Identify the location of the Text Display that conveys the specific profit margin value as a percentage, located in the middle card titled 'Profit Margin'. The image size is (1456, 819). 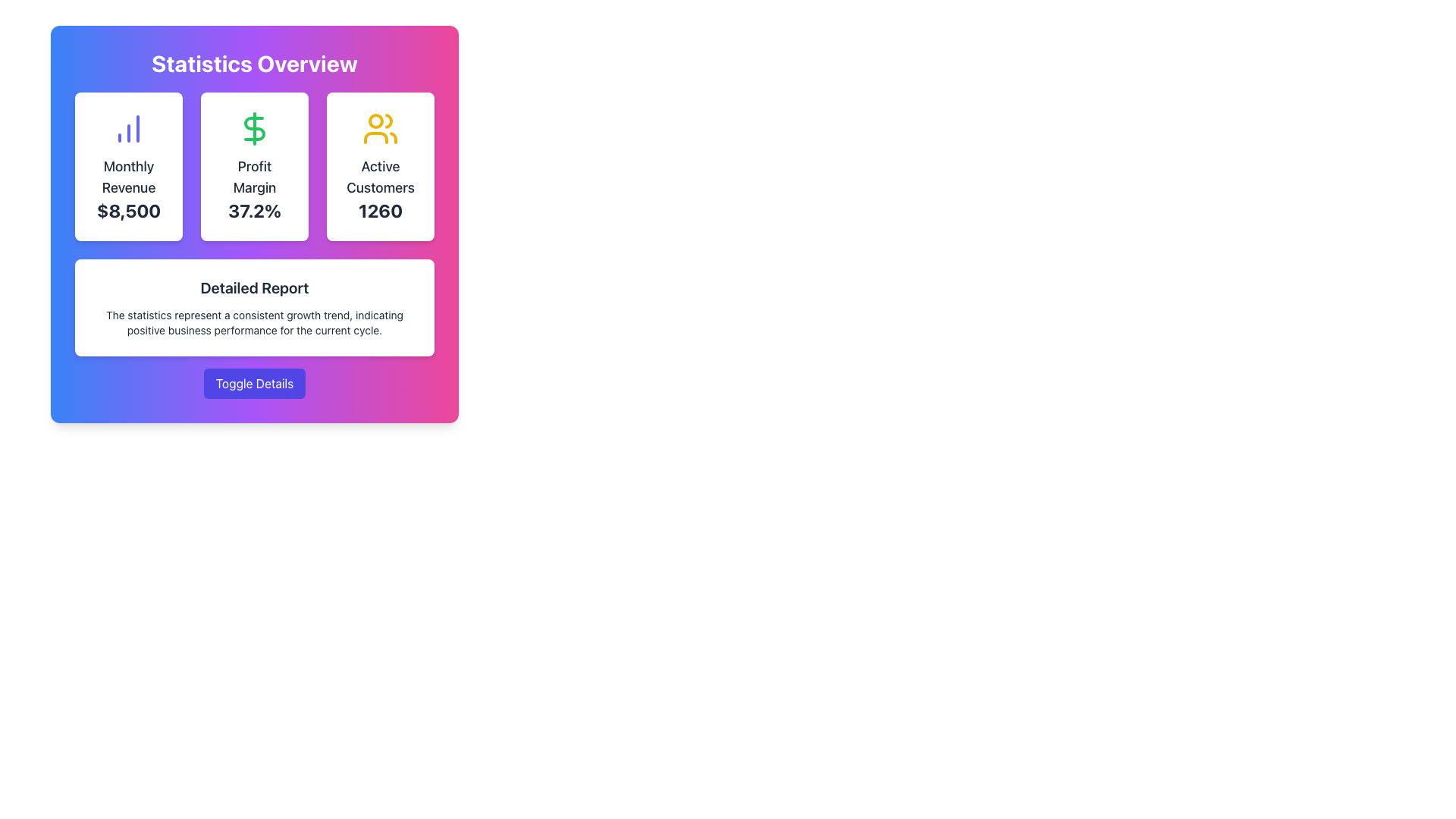
(255, 210).